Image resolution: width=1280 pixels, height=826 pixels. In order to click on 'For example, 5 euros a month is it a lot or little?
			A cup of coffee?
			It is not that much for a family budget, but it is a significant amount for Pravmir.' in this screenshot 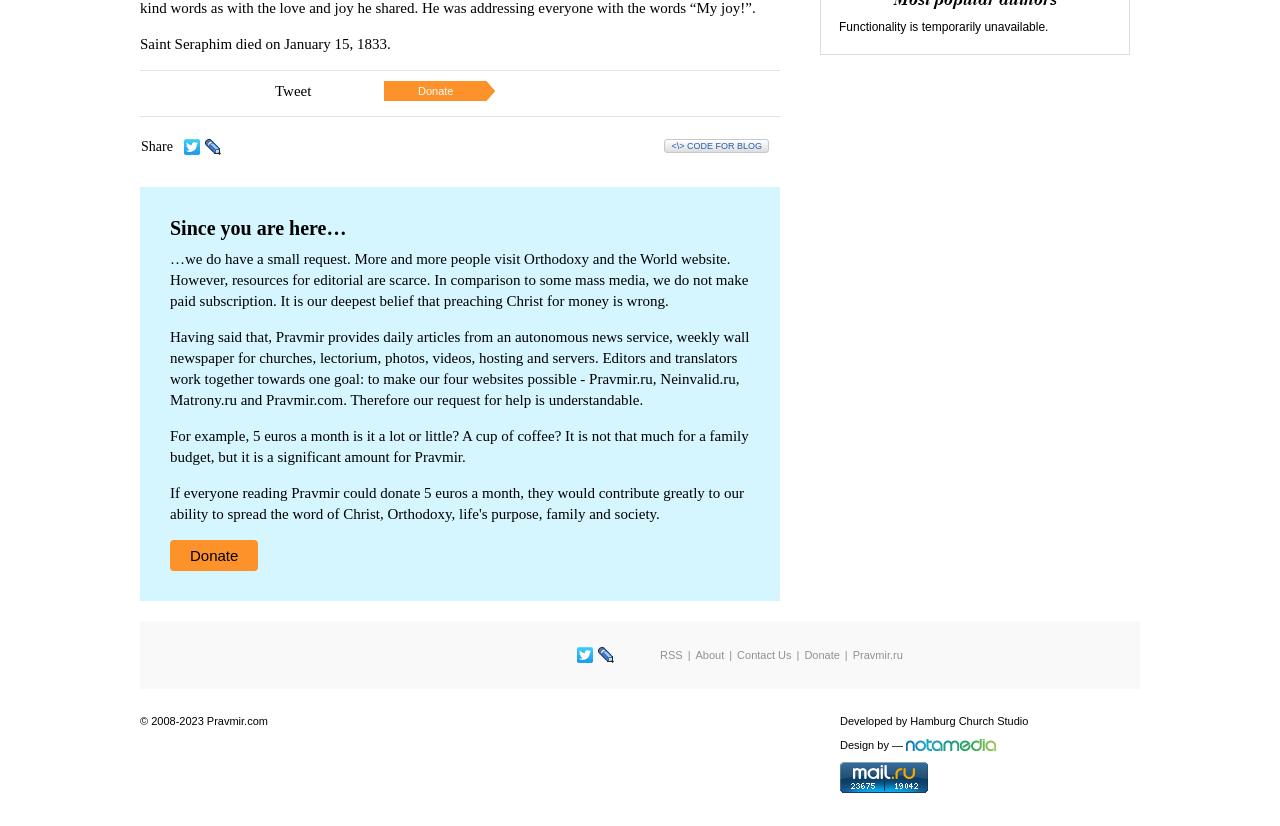, I will do `click(458, 445)`.